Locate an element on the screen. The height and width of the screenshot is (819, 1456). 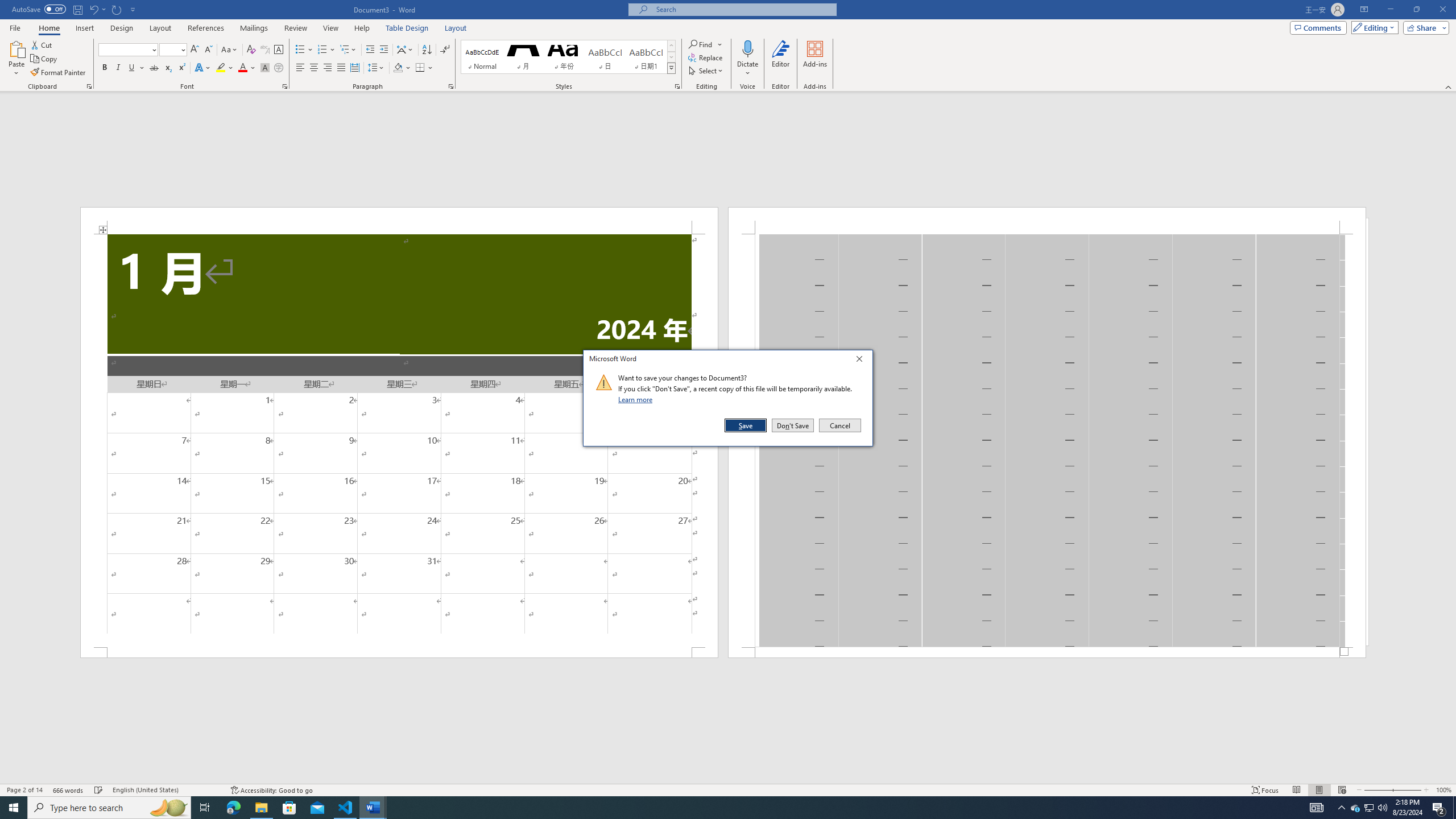
'Paste' is located at coordinates (16, 59).